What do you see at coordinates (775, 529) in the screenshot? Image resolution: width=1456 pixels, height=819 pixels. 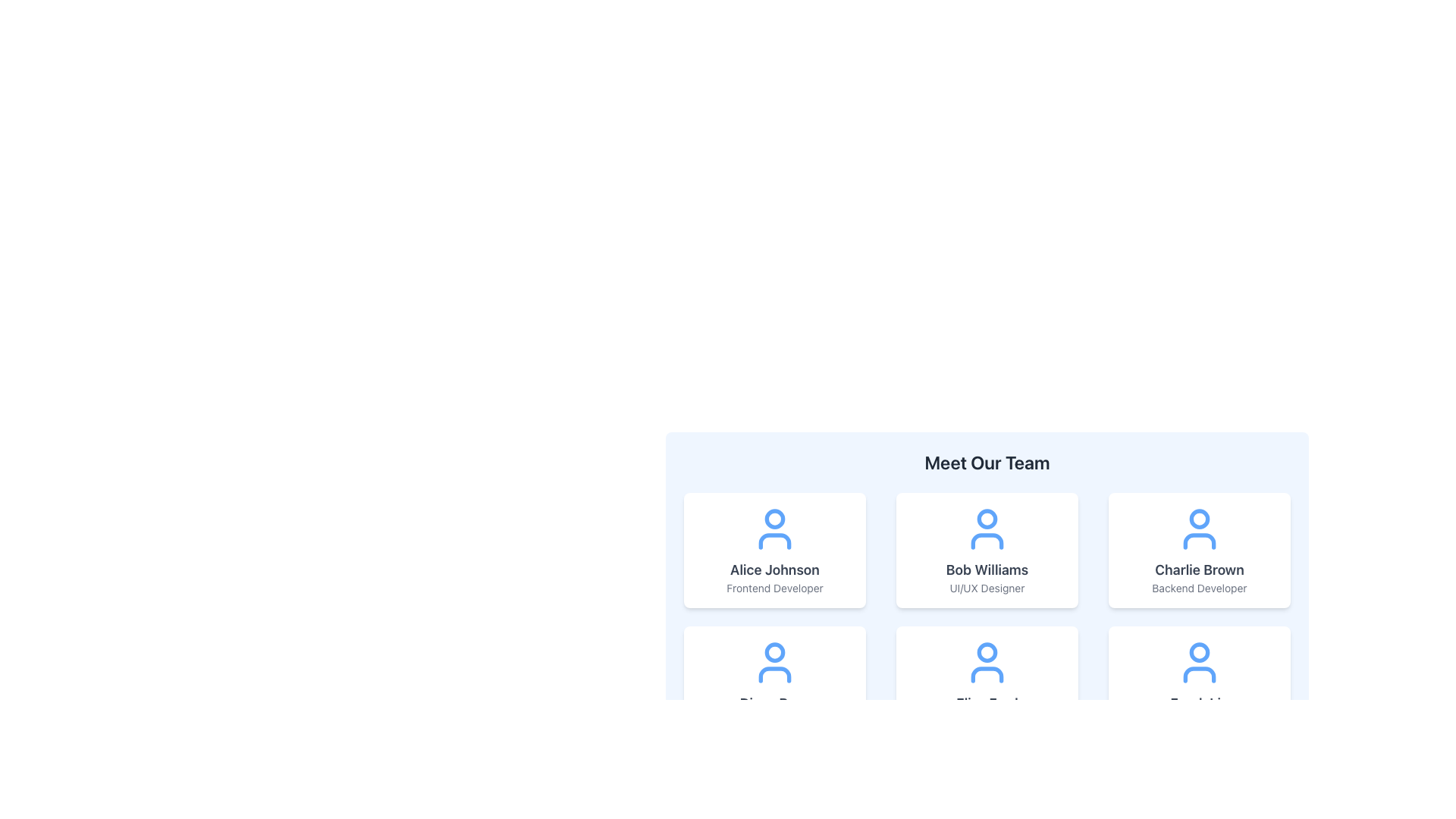 I see `the user profile icon represented by a blue circular head above a curved line resembling shoulders, located in the first column of the top row of the team member profiles grid` at bounding box center [775, 529].